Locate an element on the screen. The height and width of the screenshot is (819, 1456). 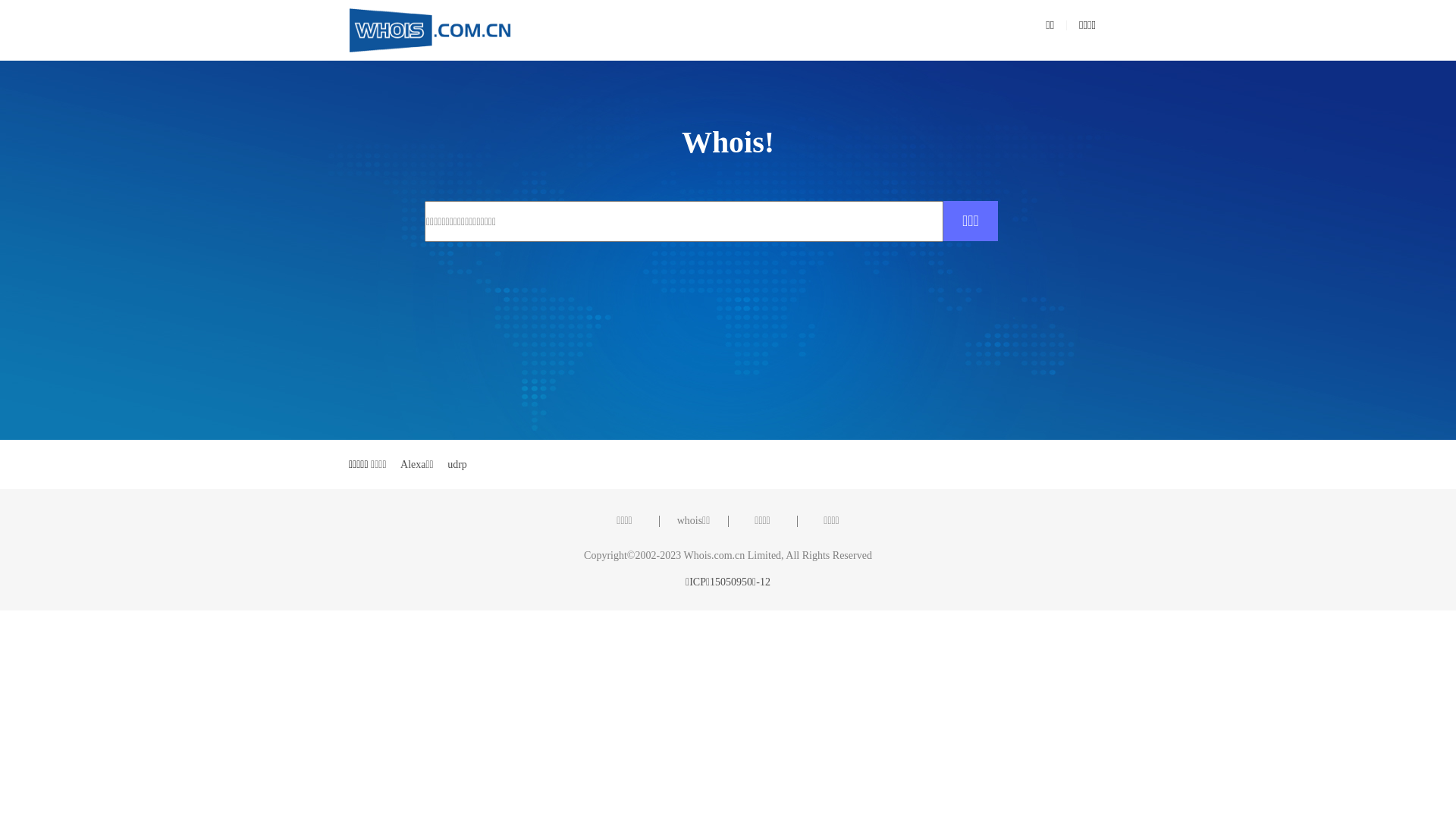
'udrp' is located at coordinates (457, 463).